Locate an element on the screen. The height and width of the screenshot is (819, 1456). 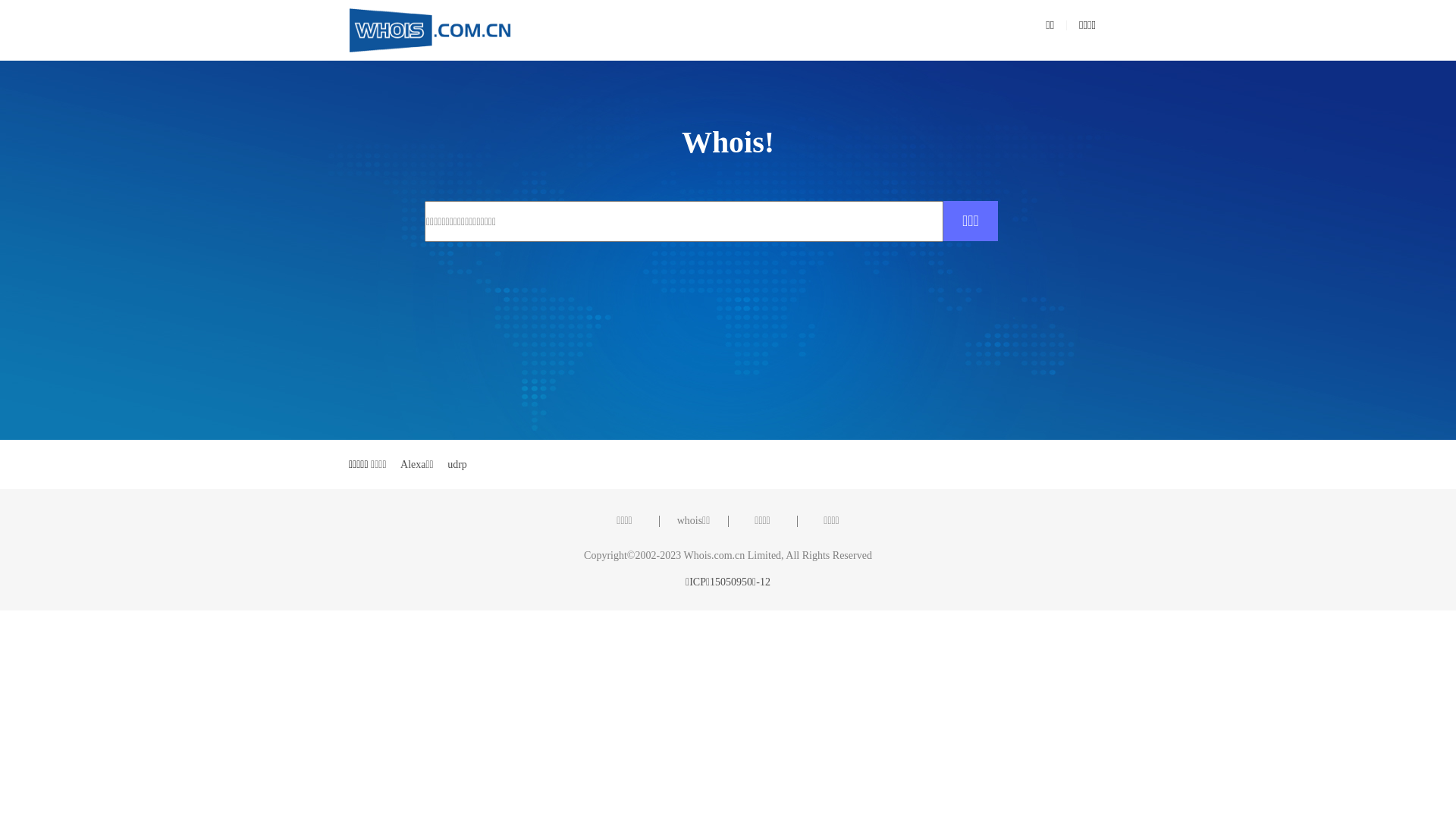
'udrp' is located at coordinates (457, 463).